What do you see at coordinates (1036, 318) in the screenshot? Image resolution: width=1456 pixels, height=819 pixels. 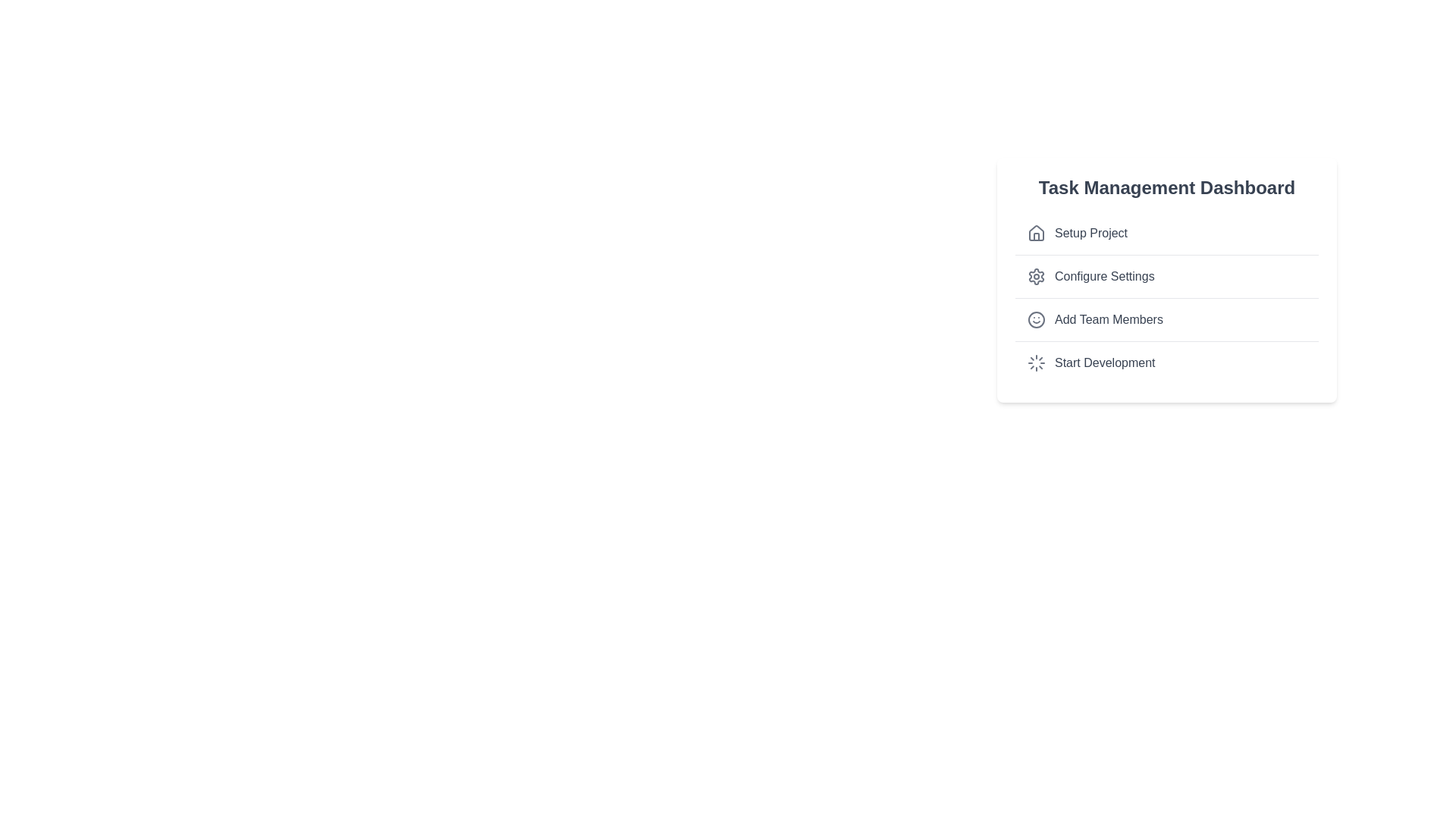 I see `the circular shape within the smiling face icon, which is the third item in the vertical list of icons in the 'Task Management Dashboard', representing the 'Add Team Members' option` at bounding box center [1036, 318].